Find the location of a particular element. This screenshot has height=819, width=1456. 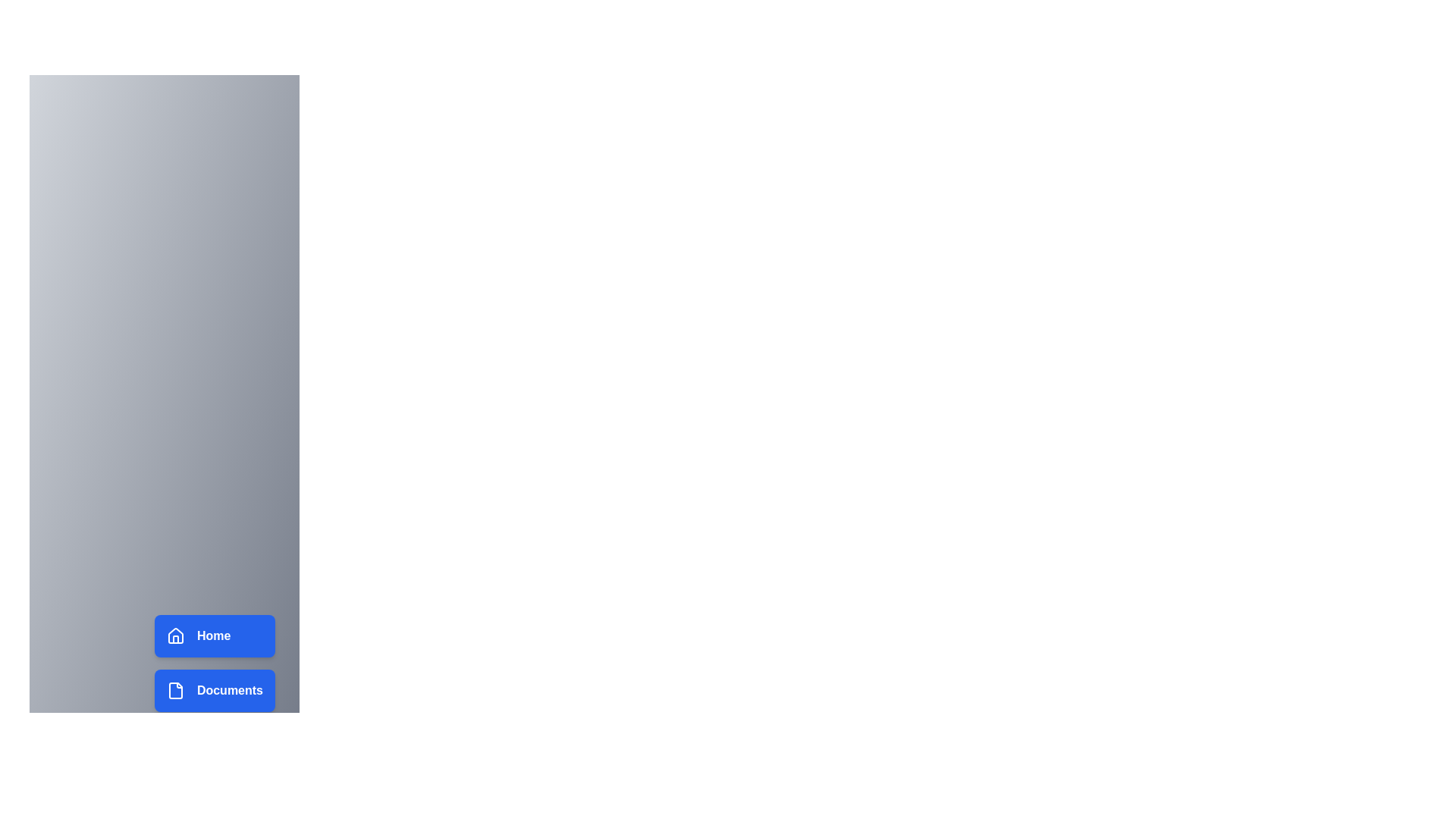

the 'Home' icon located at the bottom-left of the interface, which serves as a visual representation of the 'Home' button is located at coordinates (175, 636).